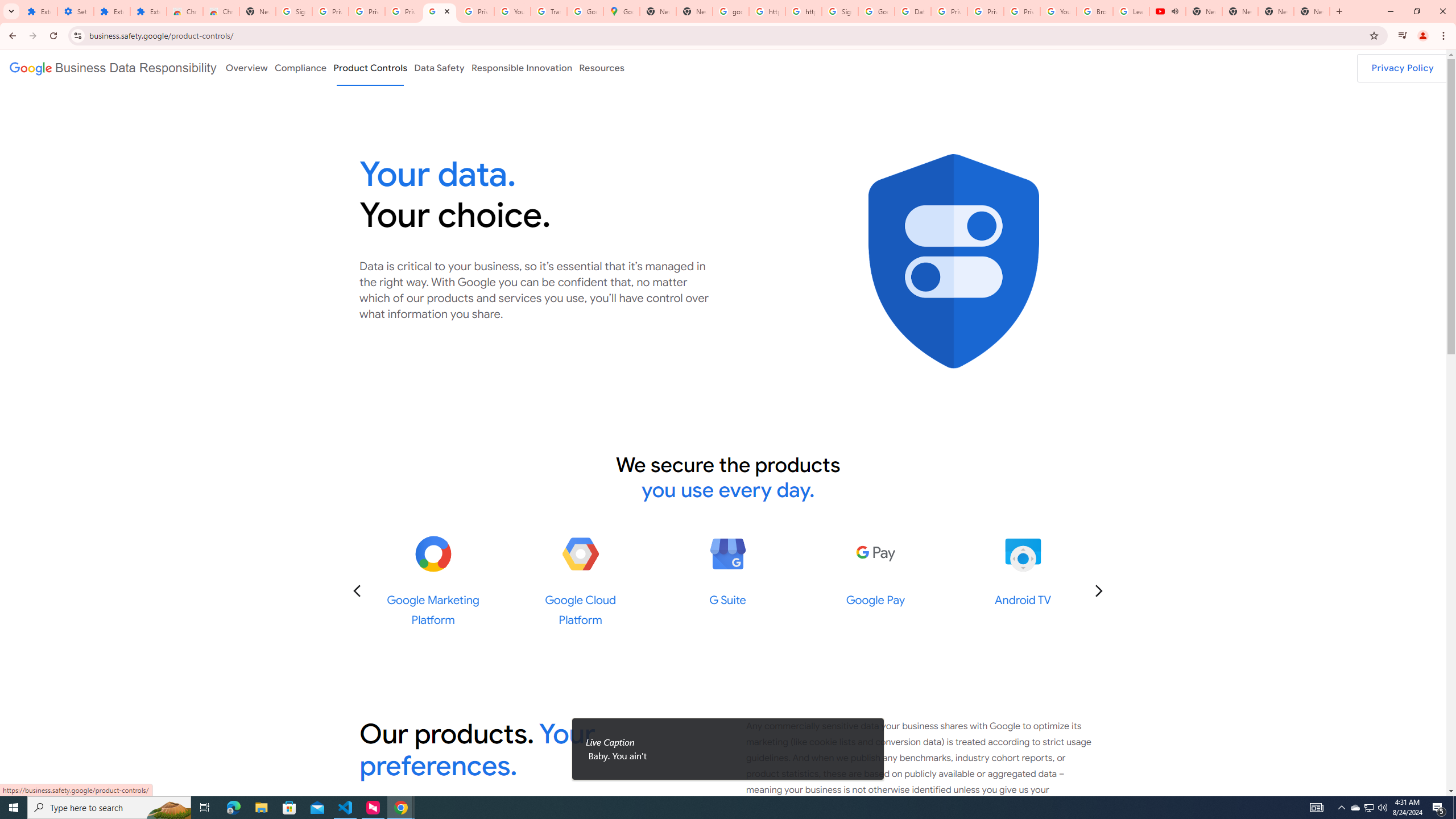  What do you see at coordinates (1403, 35) in the screenshot?
I see `'Control your music, videos, and more'` at bounding box center [1403, 35].